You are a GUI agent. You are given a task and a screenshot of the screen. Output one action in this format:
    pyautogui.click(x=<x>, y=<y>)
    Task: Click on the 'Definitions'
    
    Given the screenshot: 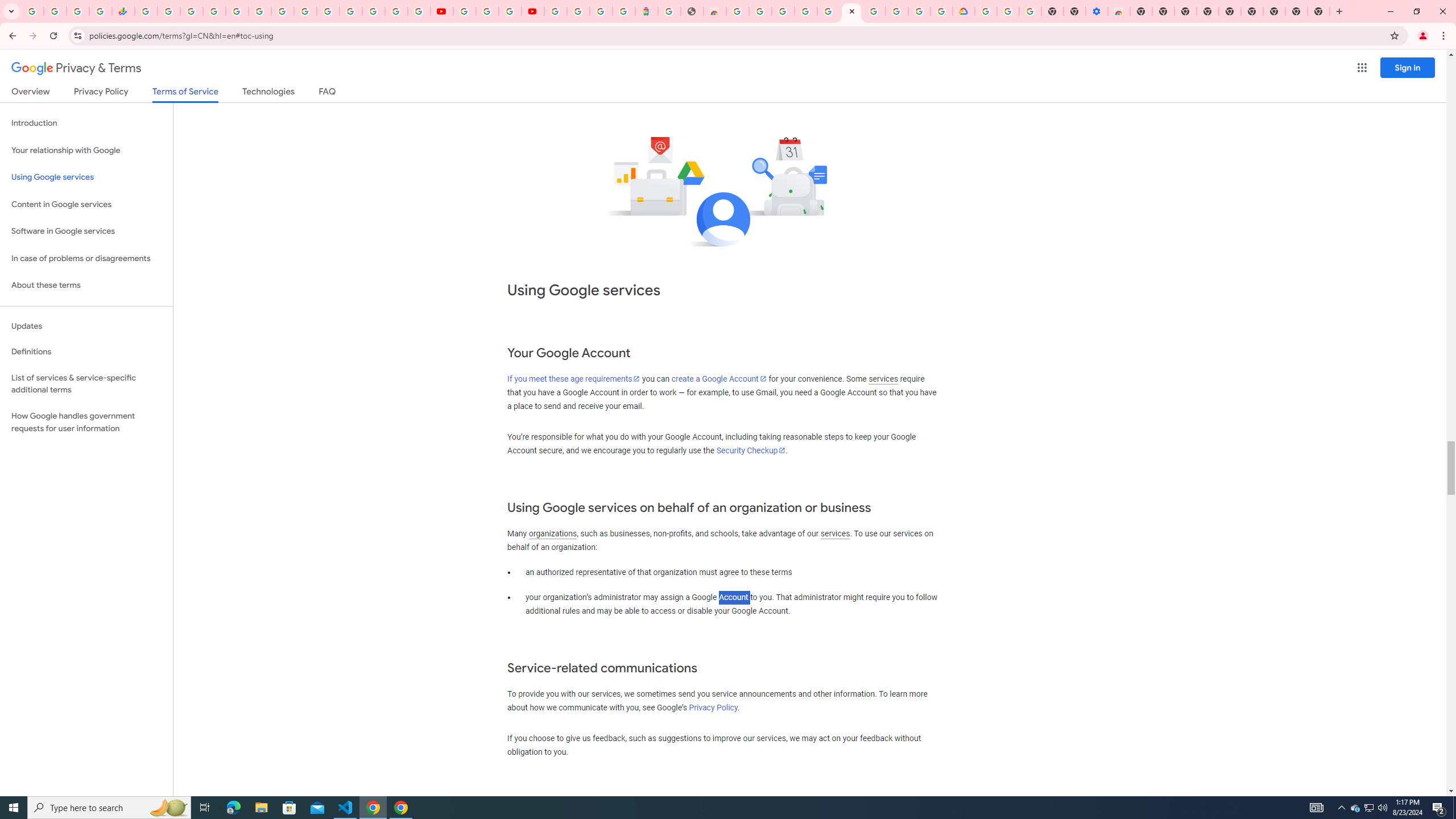 What is the action you would take?
    pyautogui.click(x=86, y=351)
    